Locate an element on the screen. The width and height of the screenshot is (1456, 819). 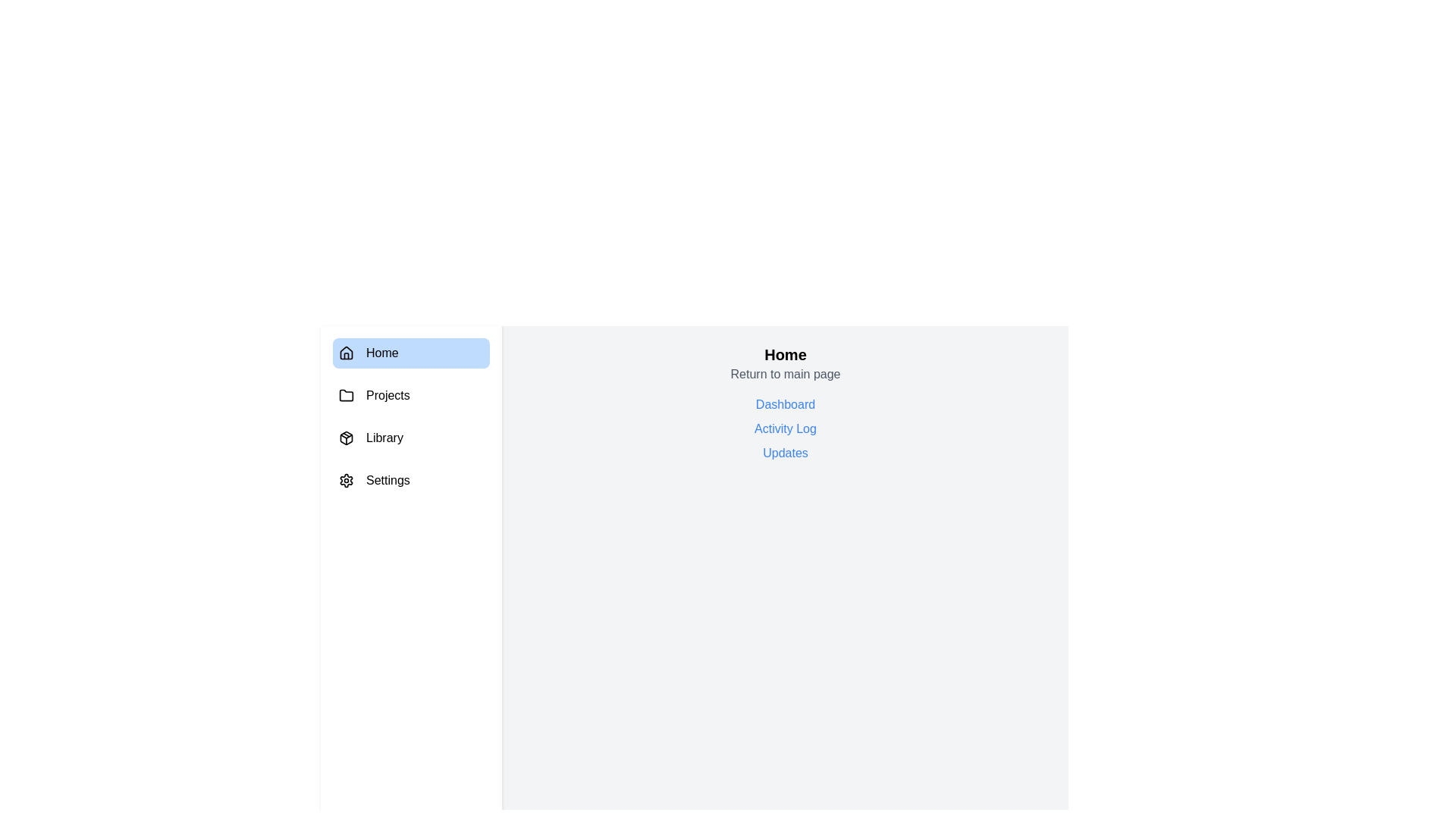
the 'Home' text label located at the top of the left-side navigation panel is located at coordinates (382, 353).